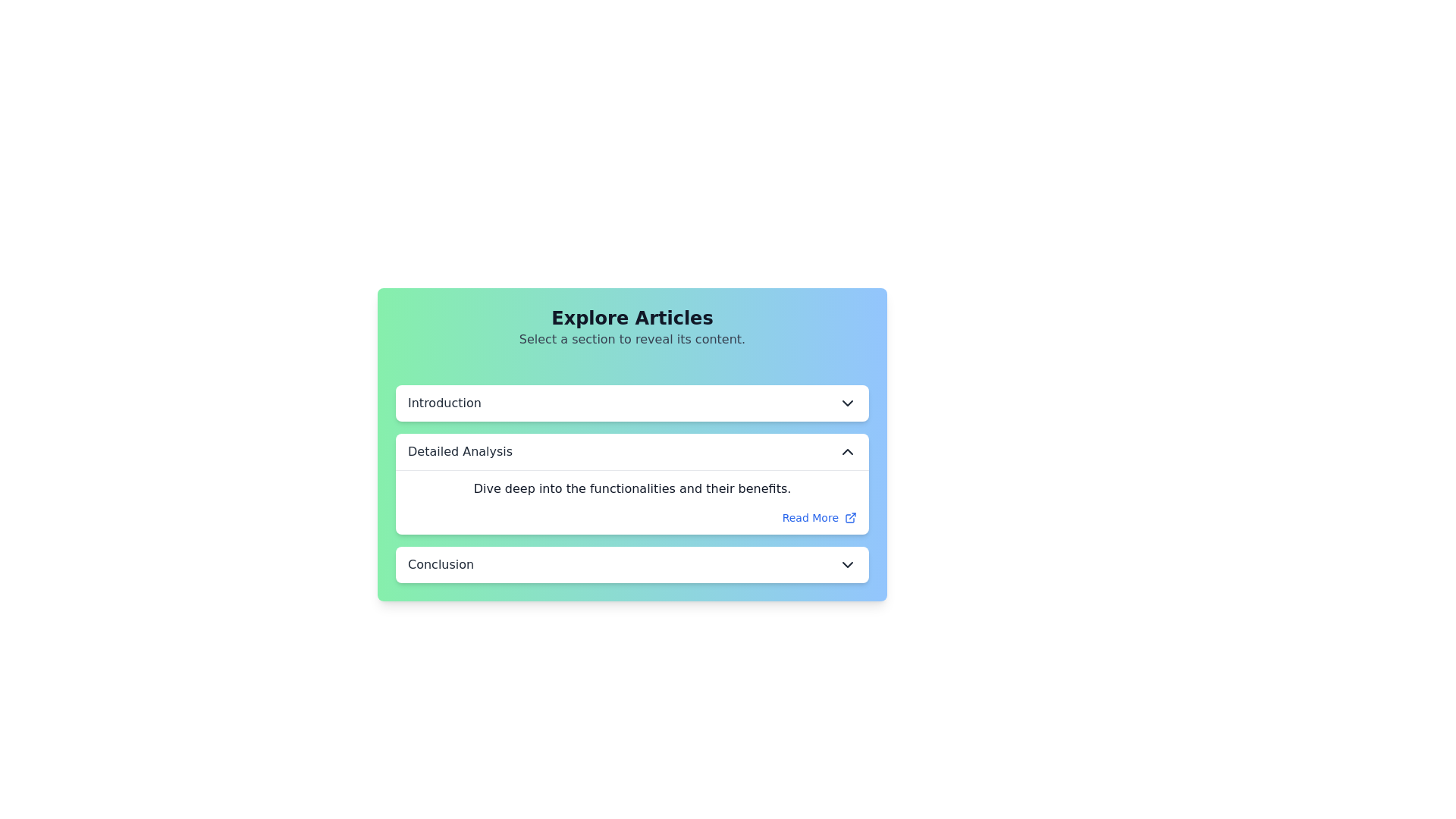 The width and height of the screenshot is (1456, 819). What do you see at coordinates (847, 564) in the screenshot?
I see `the downward-pointing chevron icon button located at the bottom-right corner of the 'Conclusion' section` at bounding box center [847, 564].